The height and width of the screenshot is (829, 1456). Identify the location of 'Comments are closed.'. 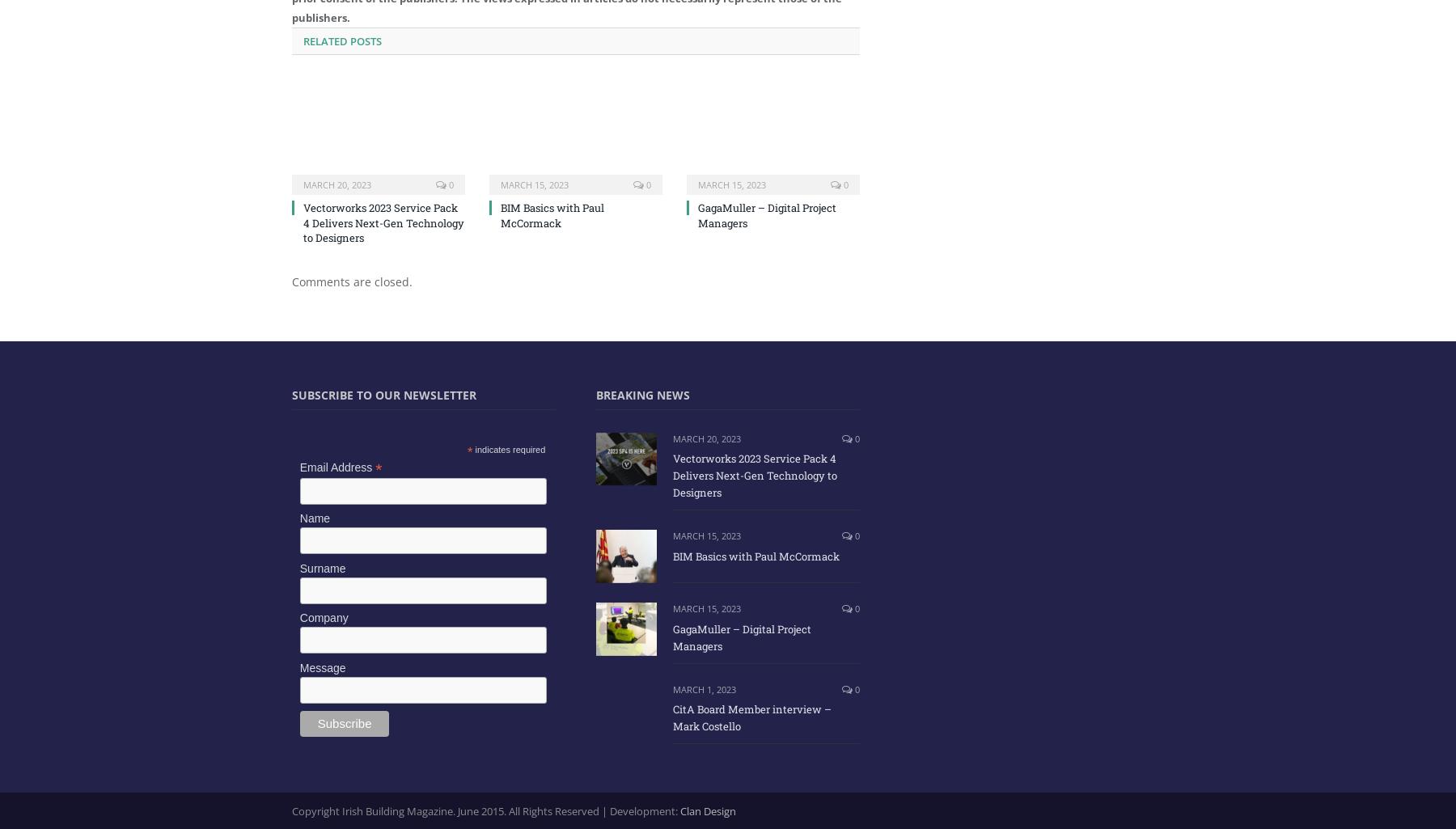
(352, 280).